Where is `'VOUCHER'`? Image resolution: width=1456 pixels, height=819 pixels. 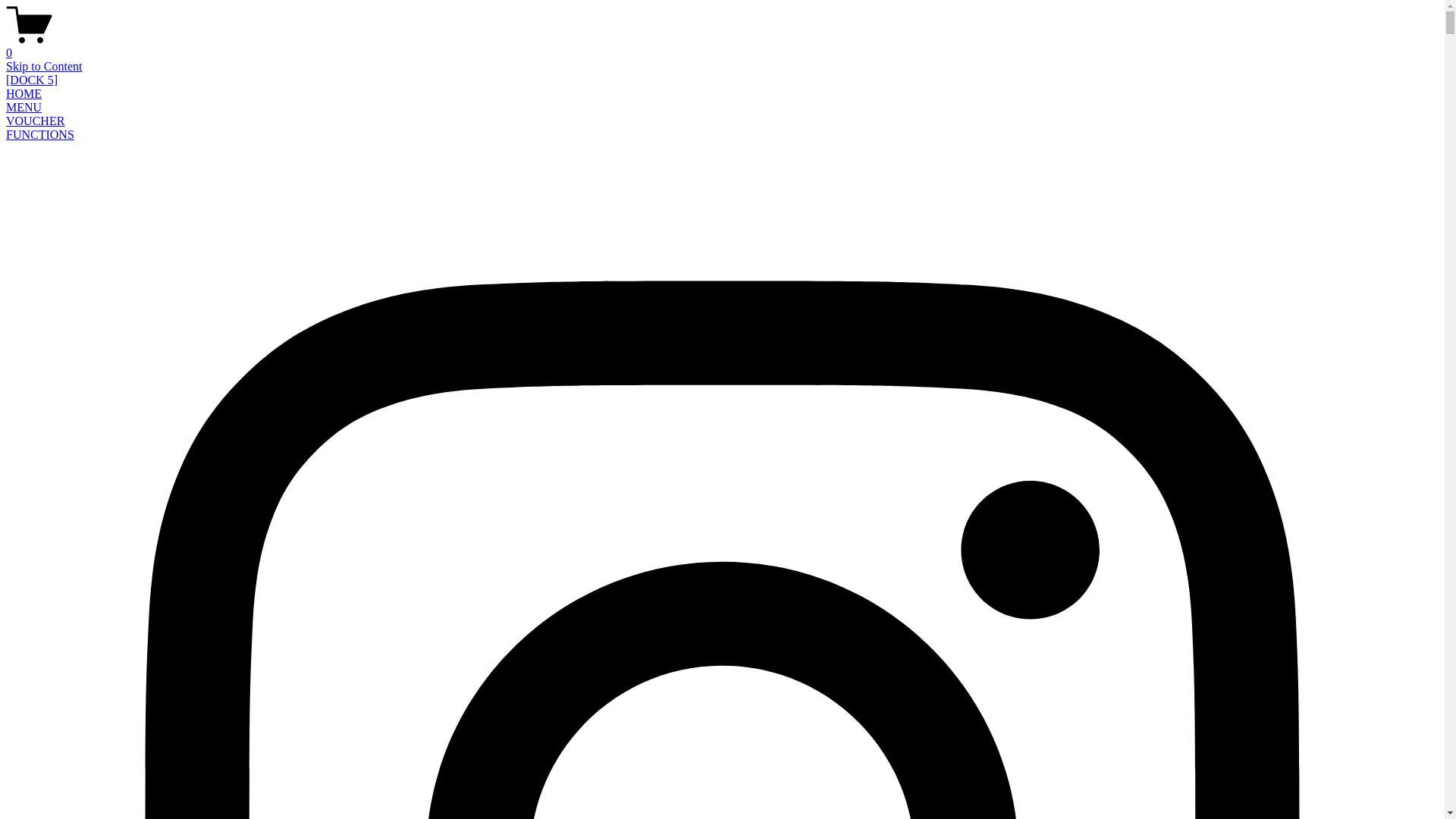
'VOUCHER' is located at coordinates (6, 120).